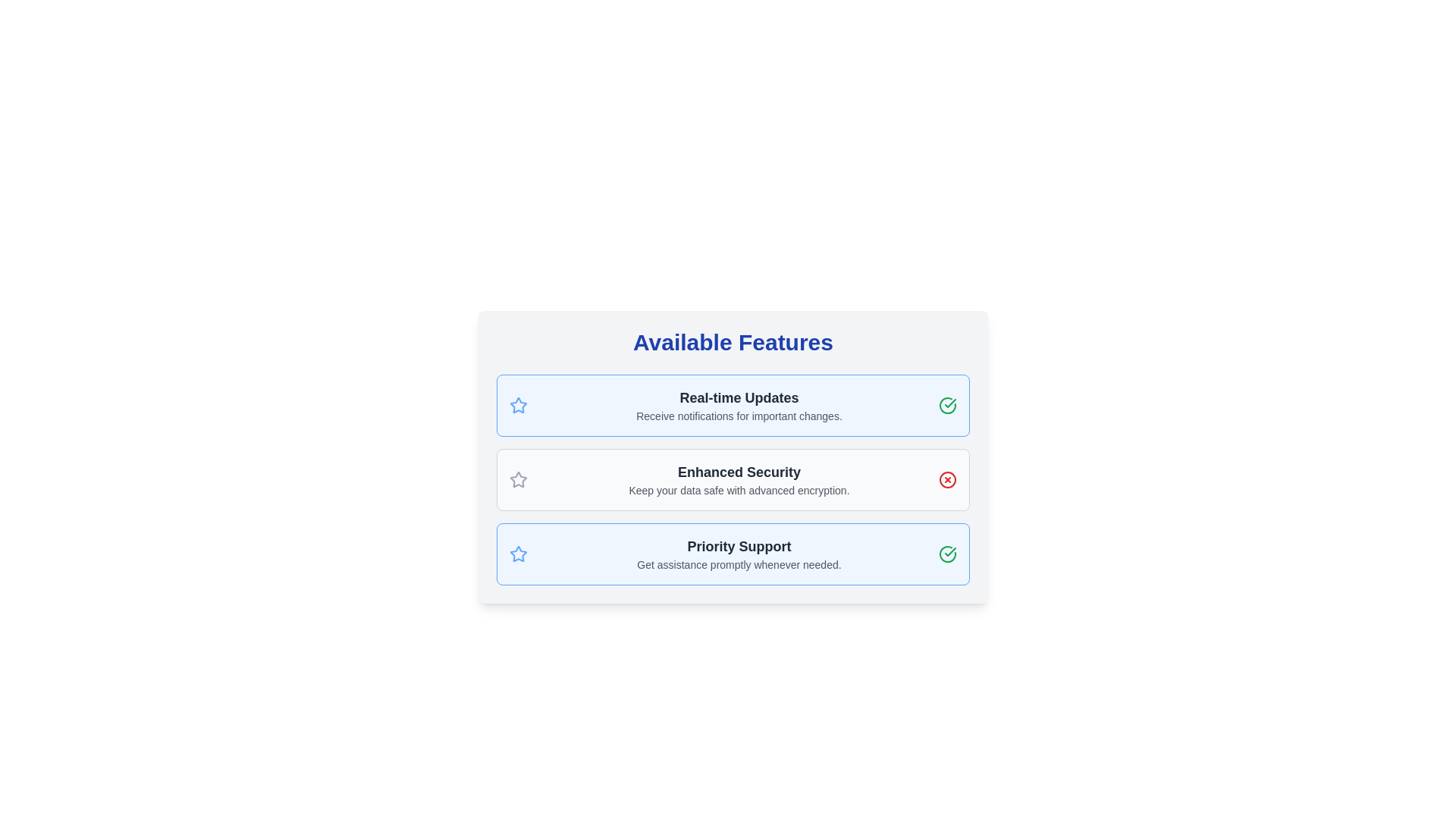 The height and width of the screenshot is (819, 1456). I want to click on text 'Available Features' from the header element styled in bold and blue at the top of the card-like section, so click(733, 342).